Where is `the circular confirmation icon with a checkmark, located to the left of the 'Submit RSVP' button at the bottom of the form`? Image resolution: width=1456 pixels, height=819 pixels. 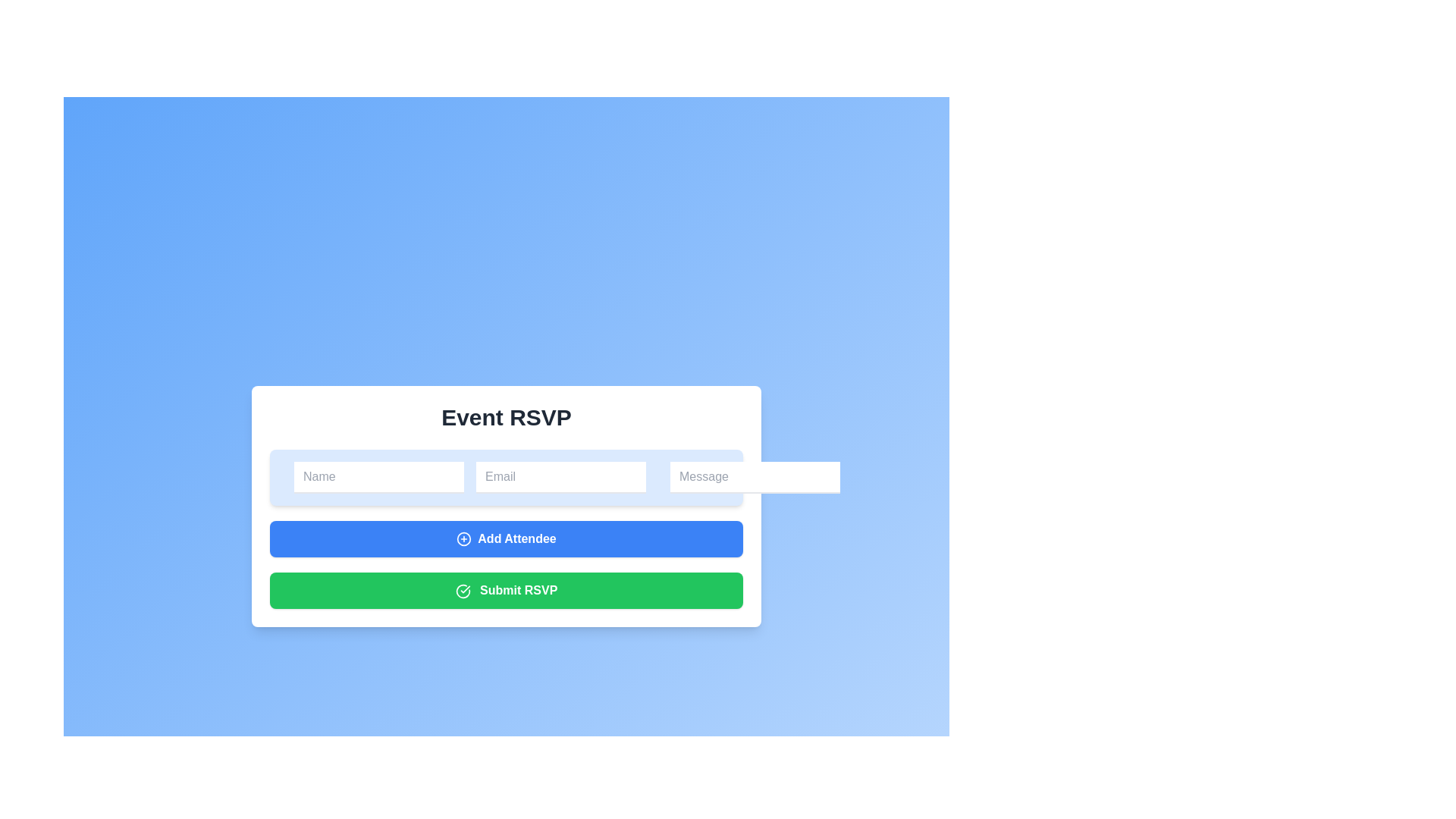 the circular confirmation icon with a checkmark, located to the left of the 'Submit RSVP' button at the bottom of the form is located at coordinates (462, 590).